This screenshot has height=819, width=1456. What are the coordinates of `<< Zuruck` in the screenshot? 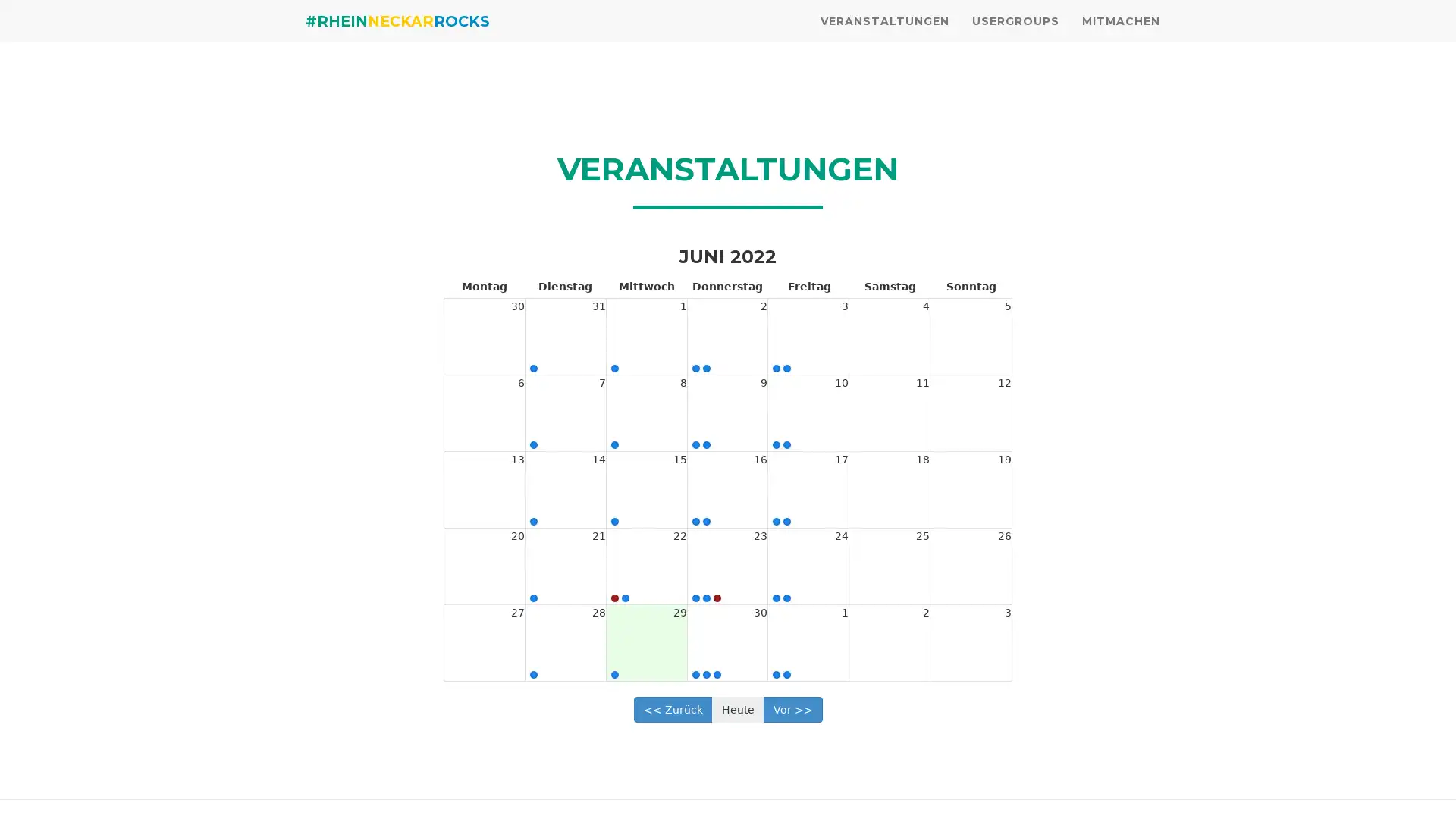 It's located at (672, 708).